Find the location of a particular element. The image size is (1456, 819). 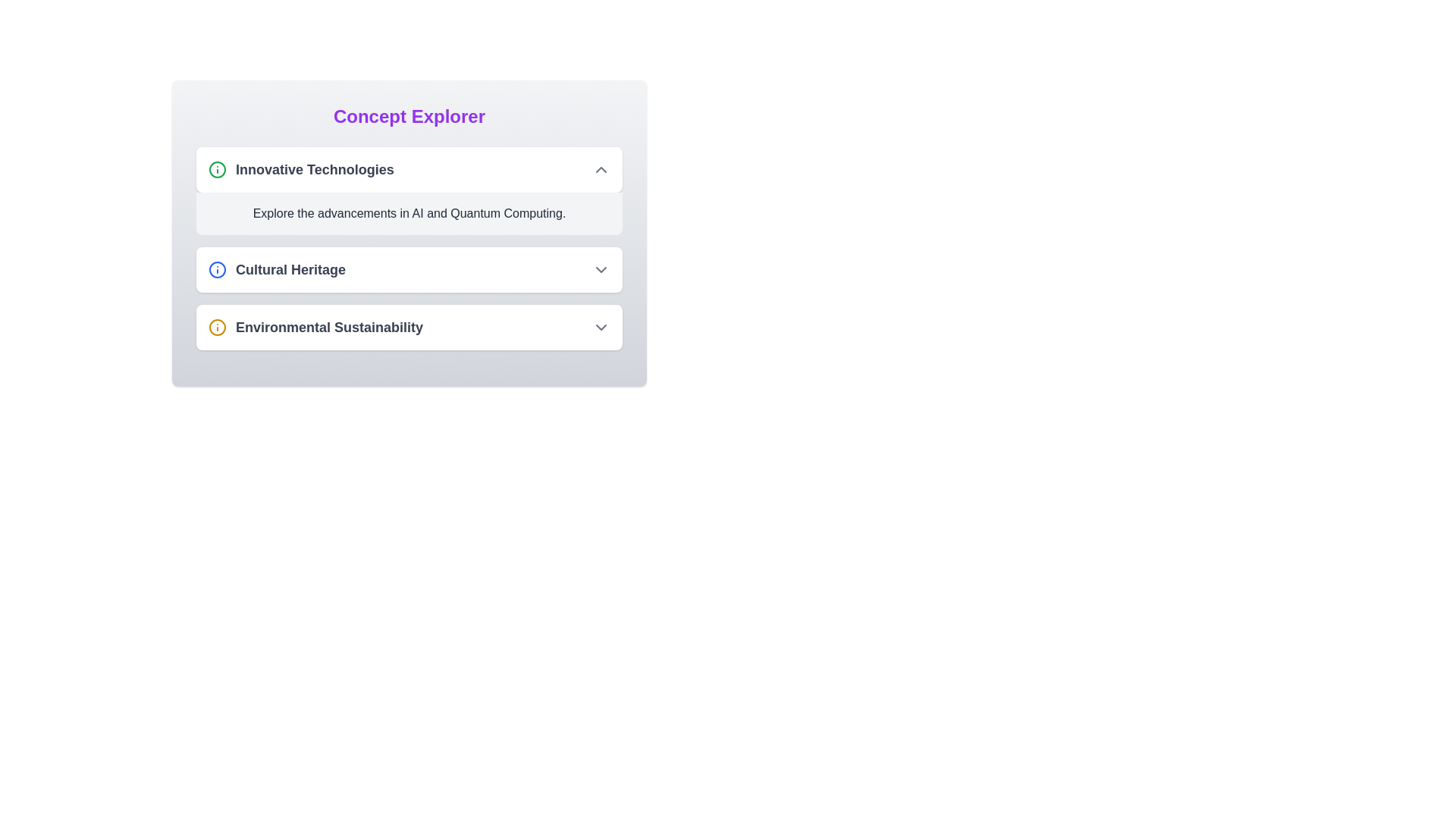

the Chevron Down icon located at the far right end of the 'Cultural Heritage' section is located at coordinates (600, 268).